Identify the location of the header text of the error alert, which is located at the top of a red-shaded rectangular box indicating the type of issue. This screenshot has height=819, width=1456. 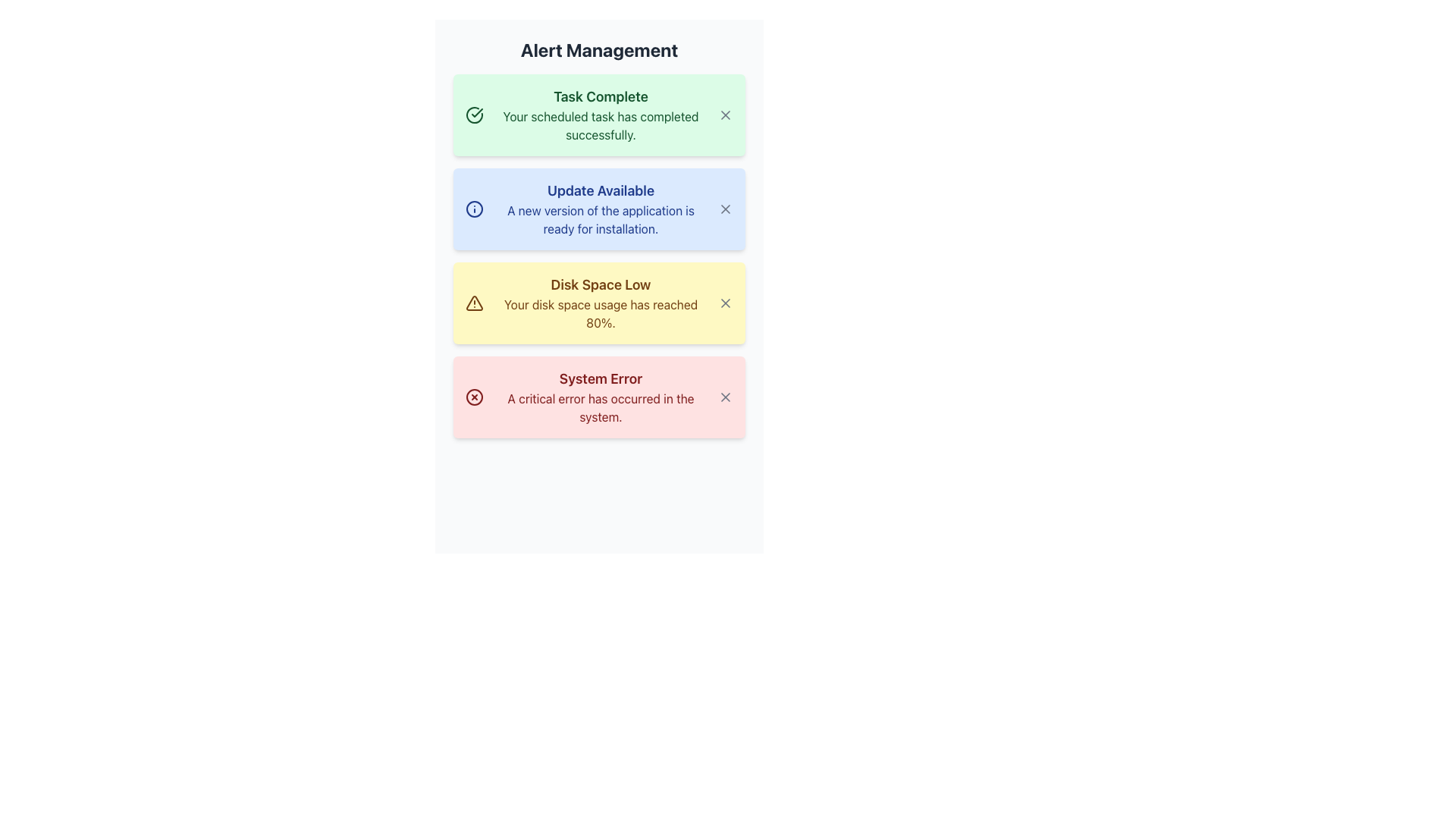
(600, 378).